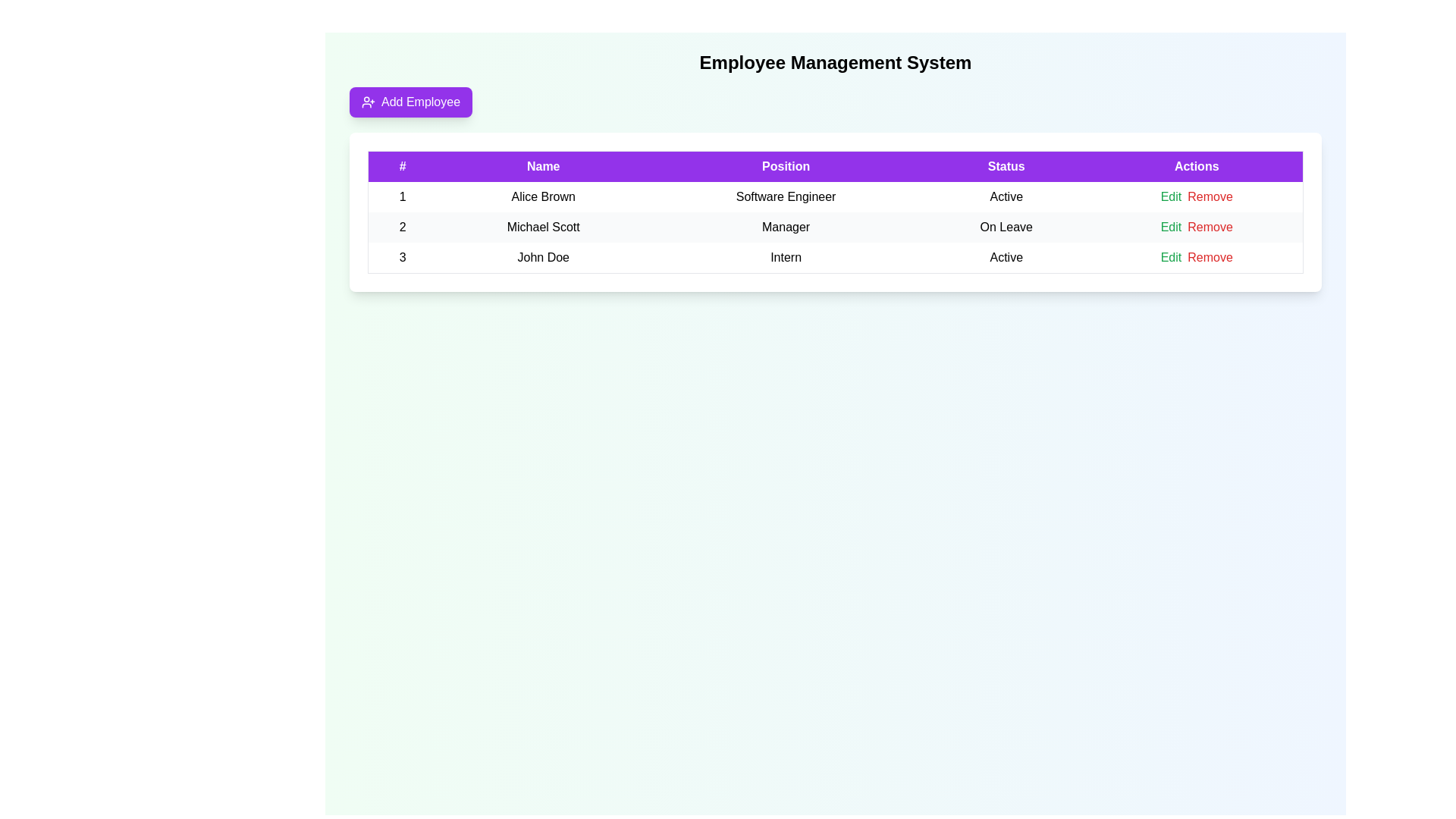 The image size is (1456, 819). What do you see at coordinates (1006, 257) in the screenshot?
I see `the static text label indicating 'Active' status for the employee 'John Doe' in the status column of the table` at bounding box center [1006, 257].